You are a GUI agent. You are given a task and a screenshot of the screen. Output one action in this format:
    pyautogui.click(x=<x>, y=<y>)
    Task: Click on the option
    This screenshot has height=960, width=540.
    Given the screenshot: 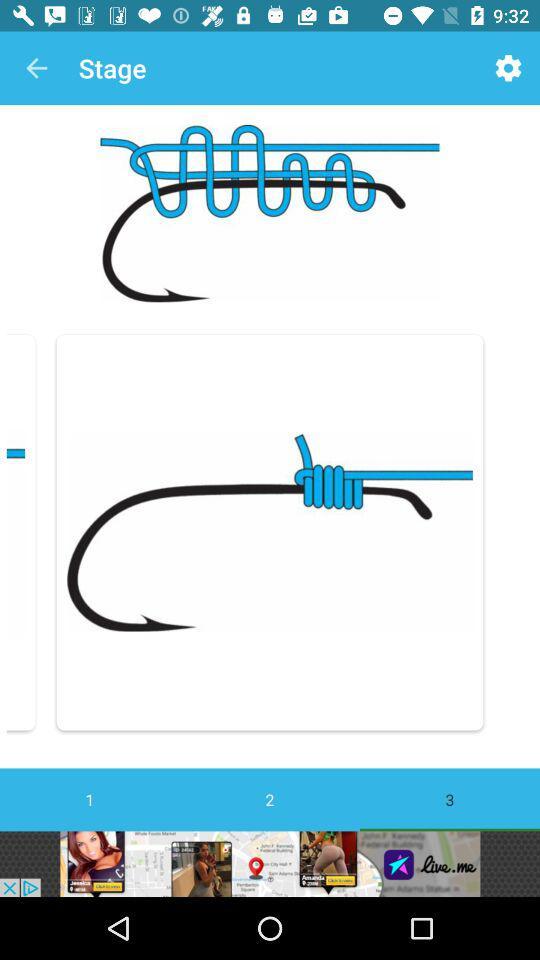 What is the action you would take?
    pyautogui.click(x=270, y=863)
    